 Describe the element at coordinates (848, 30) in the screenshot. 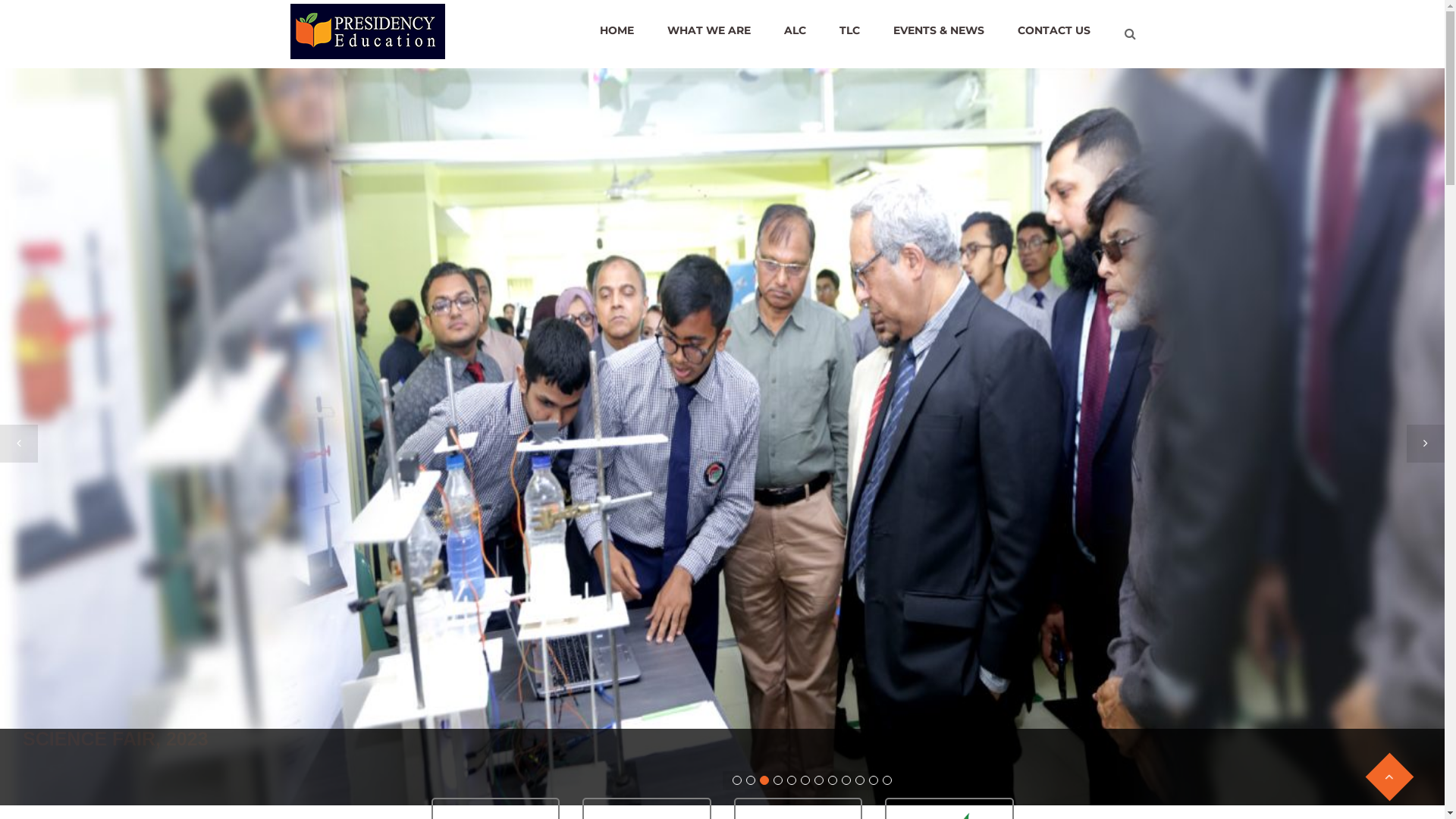

I see `'TLC'` at that location.